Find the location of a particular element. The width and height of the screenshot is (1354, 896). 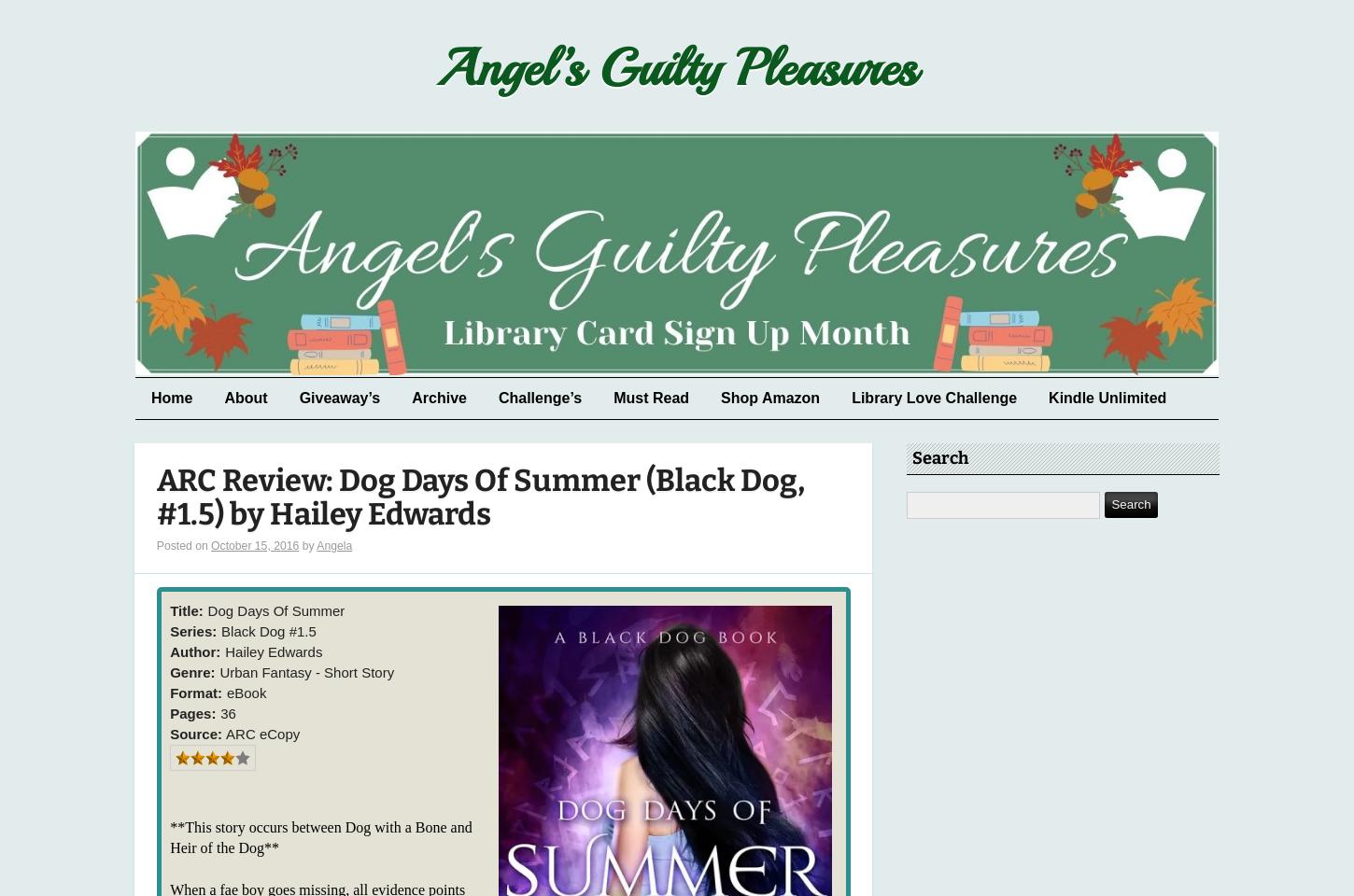

'Angela' is located at coordinates (334, 544).